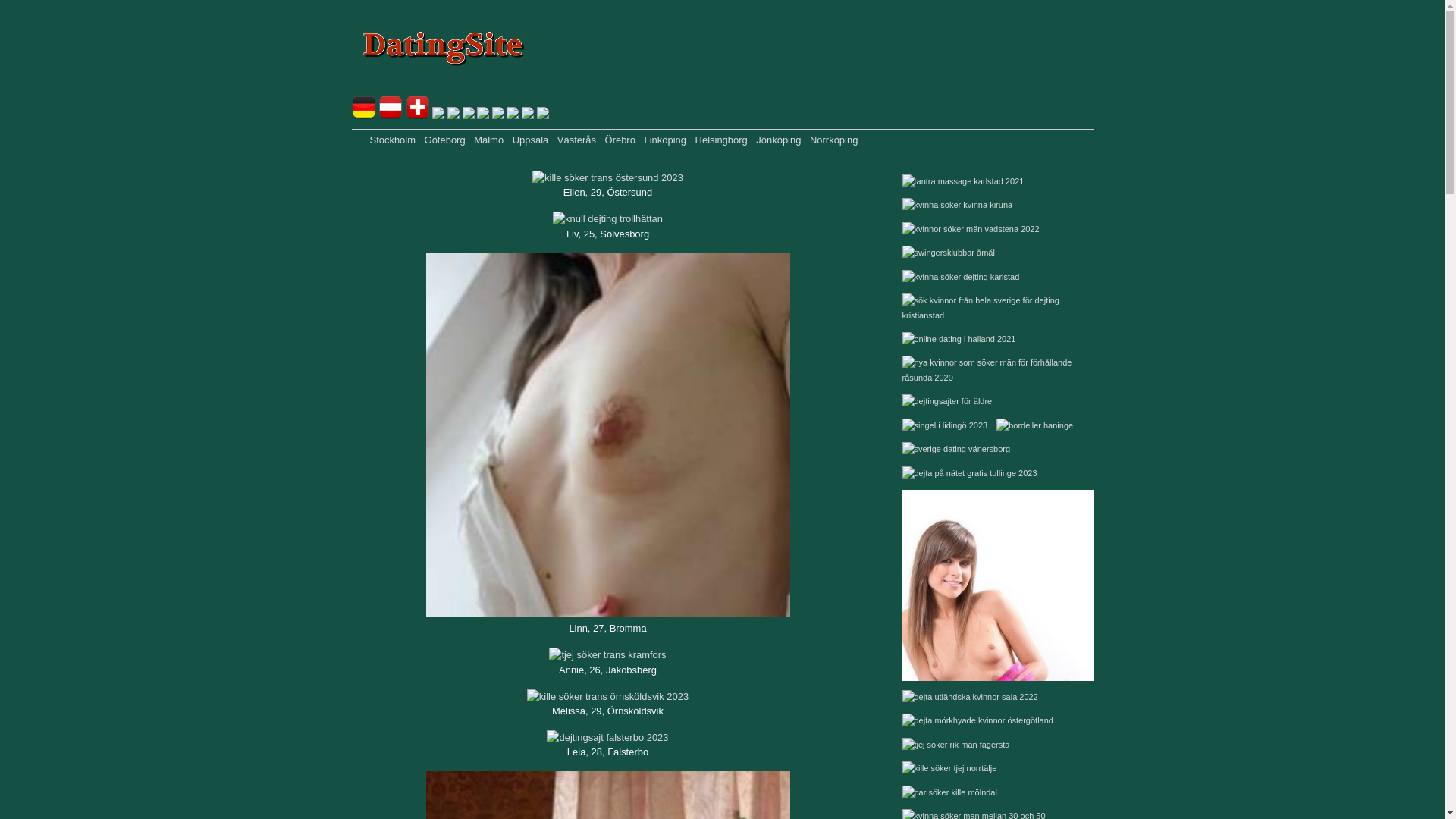 The height and width of the screenshot is (819, 1456). I want to click on 'CH', so click(418, 115).